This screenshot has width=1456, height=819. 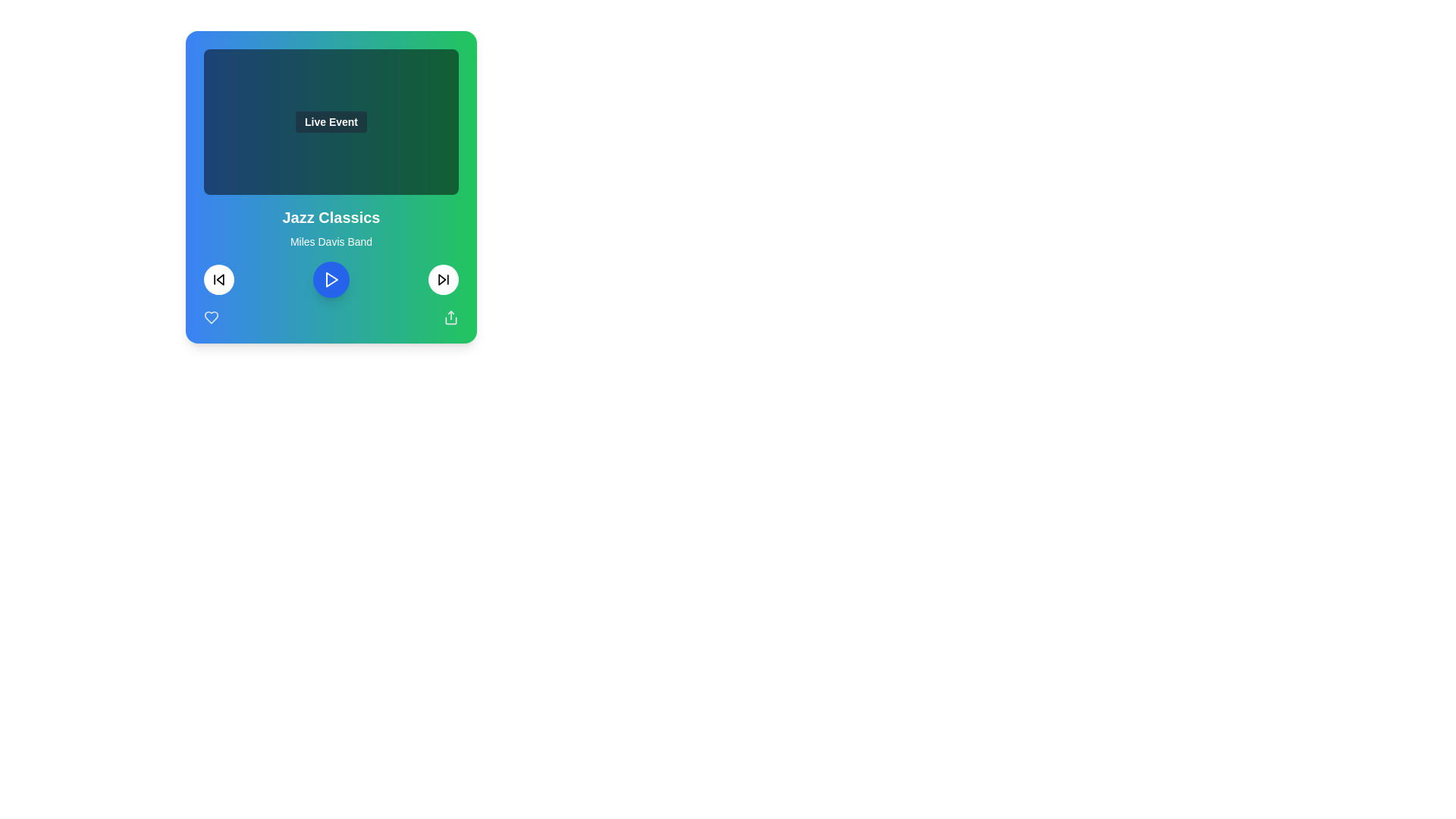 I want to click on the backward skip icon inside the circular button located on the left side of the play control panel to skip backward, so click(x=218, y=280).